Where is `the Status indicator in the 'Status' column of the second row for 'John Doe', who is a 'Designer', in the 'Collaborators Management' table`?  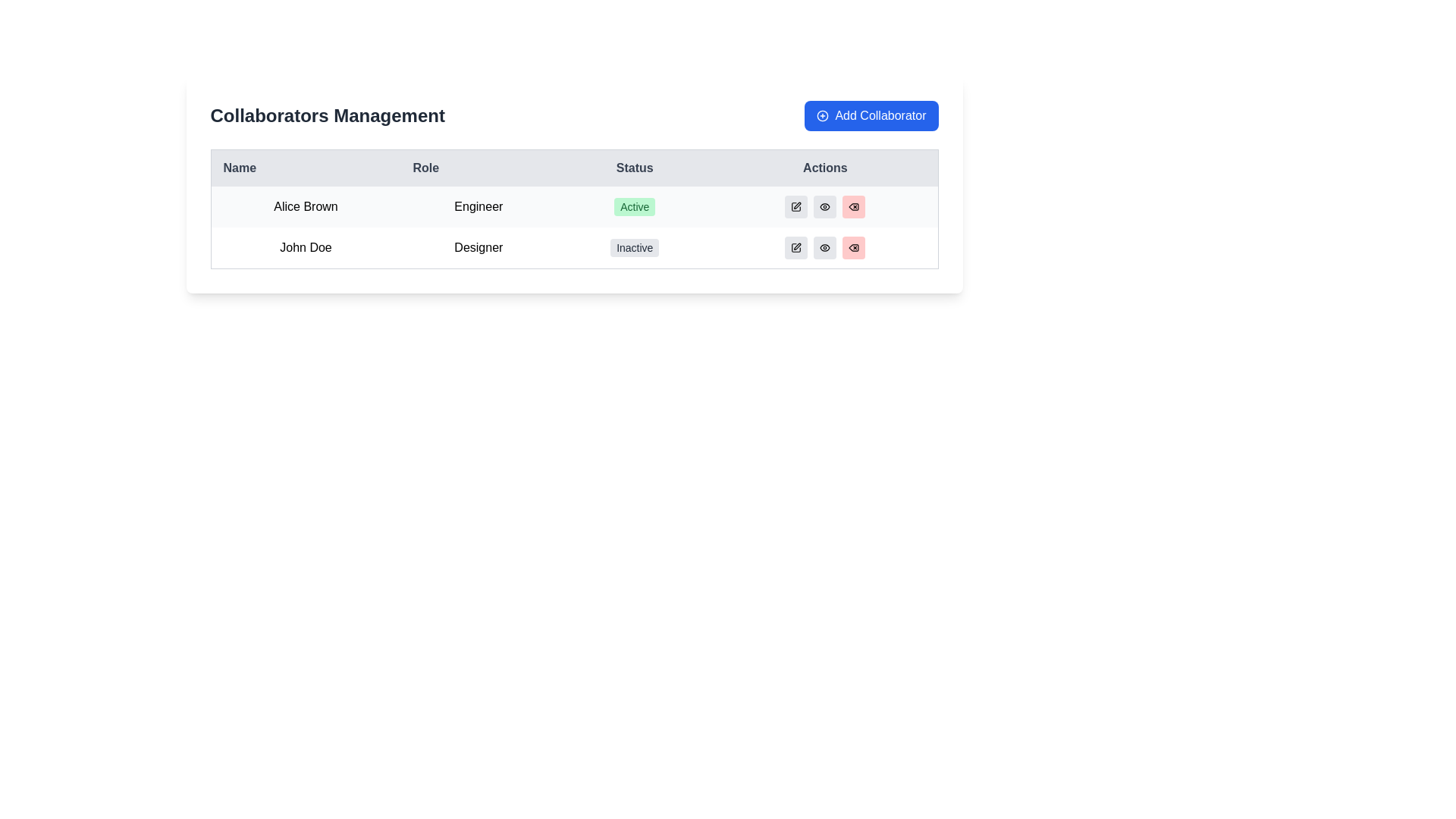
the Status indicator in the 'Status' column of the second row for 'John Doe', who is a 'Designer', in the 'Collaborators Management' table is located at coordinates (635, 247).